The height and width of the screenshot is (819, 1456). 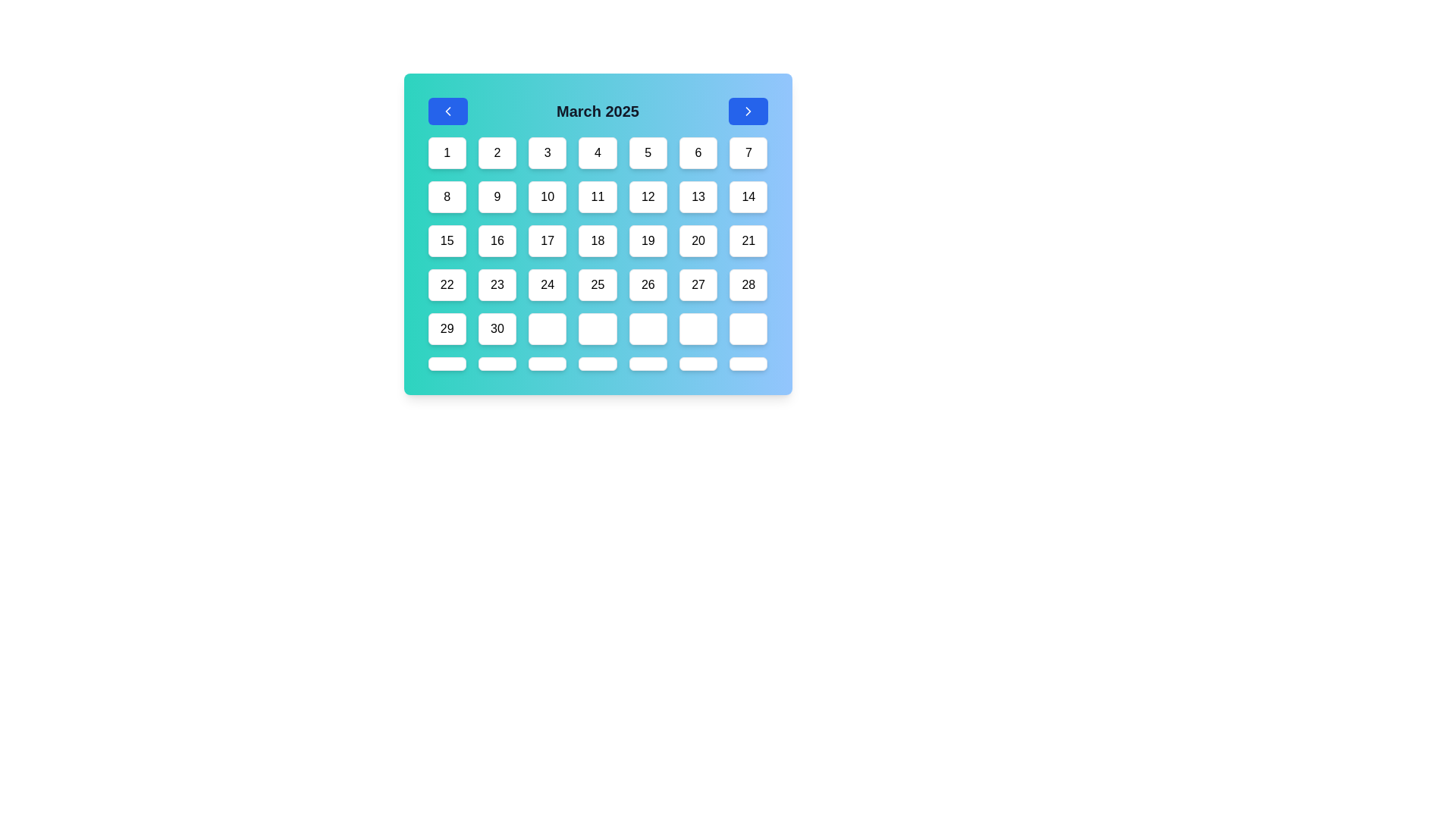 What do you see at coordinates (497, 152) in the screenshot?
I see `the calendar date cell representing the date '2', which is the second item in the first row of a calendar grid` at bounding box center [497, 152].